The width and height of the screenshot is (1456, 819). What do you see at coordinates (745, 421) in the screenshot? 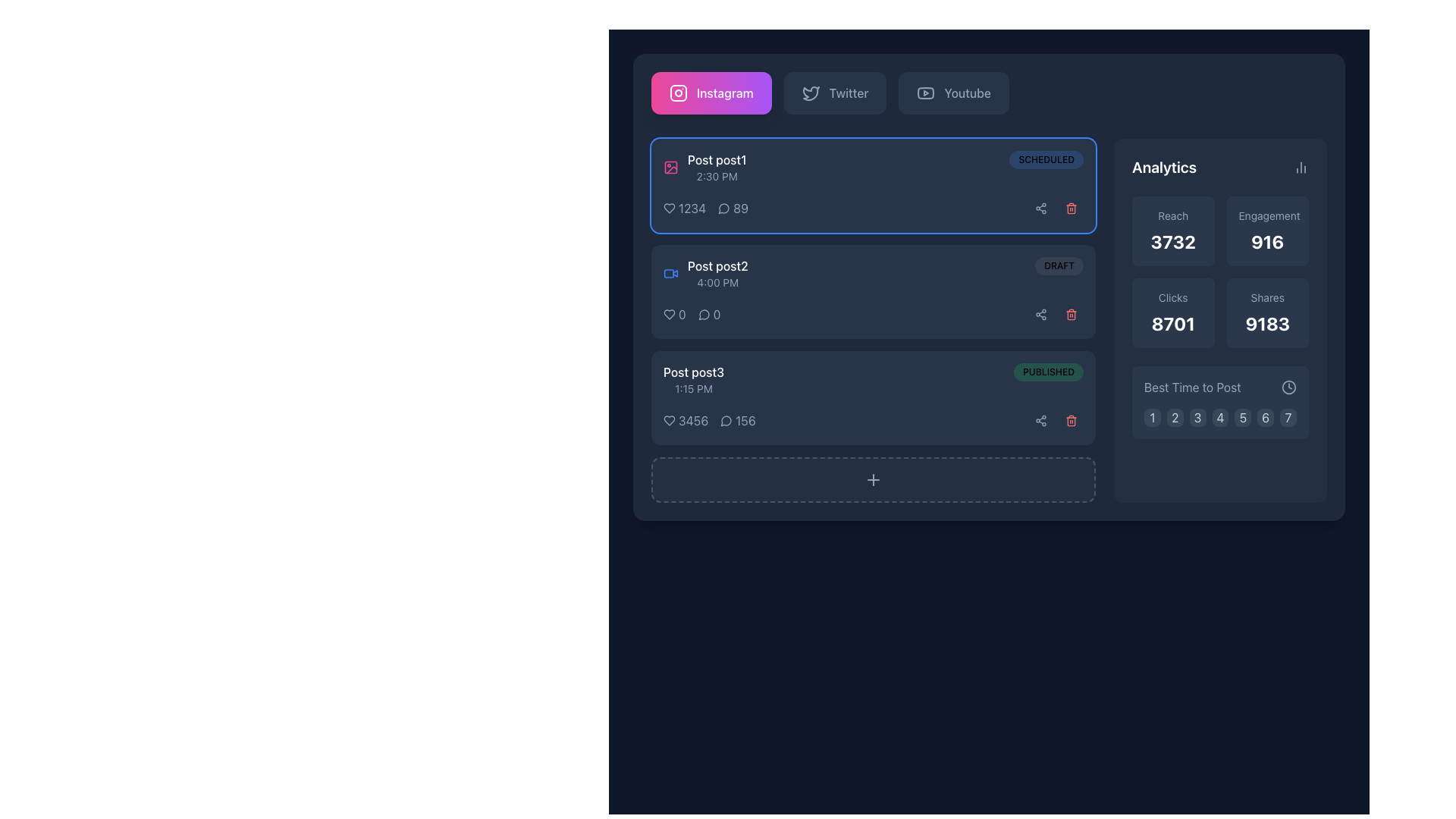
I see `the text label displaying '156', which is located next to the message circle icon in the 'Post post3' section` at bounding box center [745, 421].